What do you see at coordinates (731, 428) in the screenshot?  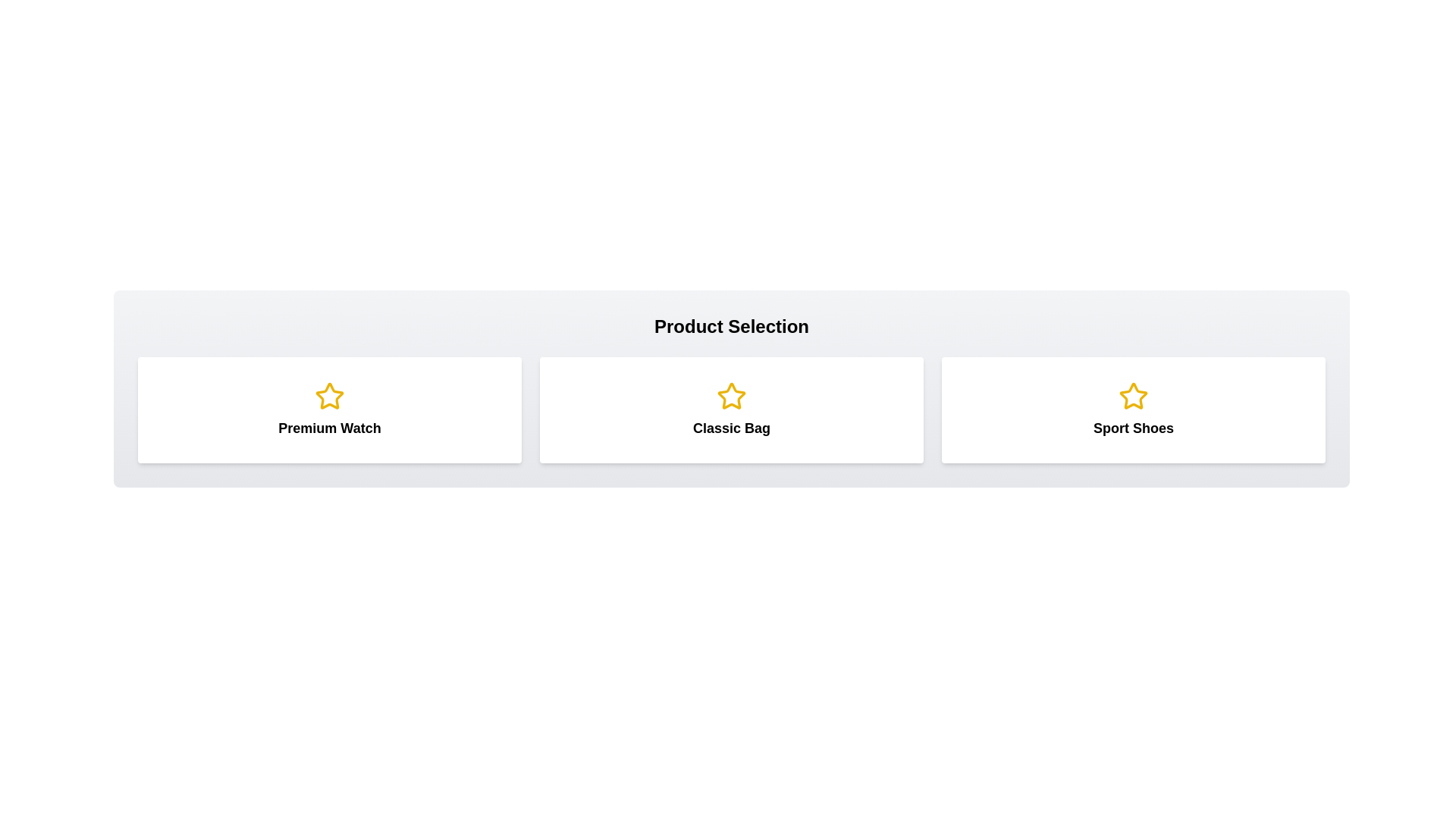 I see `text content of the label titled 'Classic Bag', which is located at the bottom center of the card layout, beneath the star icon` at bounding box center [731, 428].